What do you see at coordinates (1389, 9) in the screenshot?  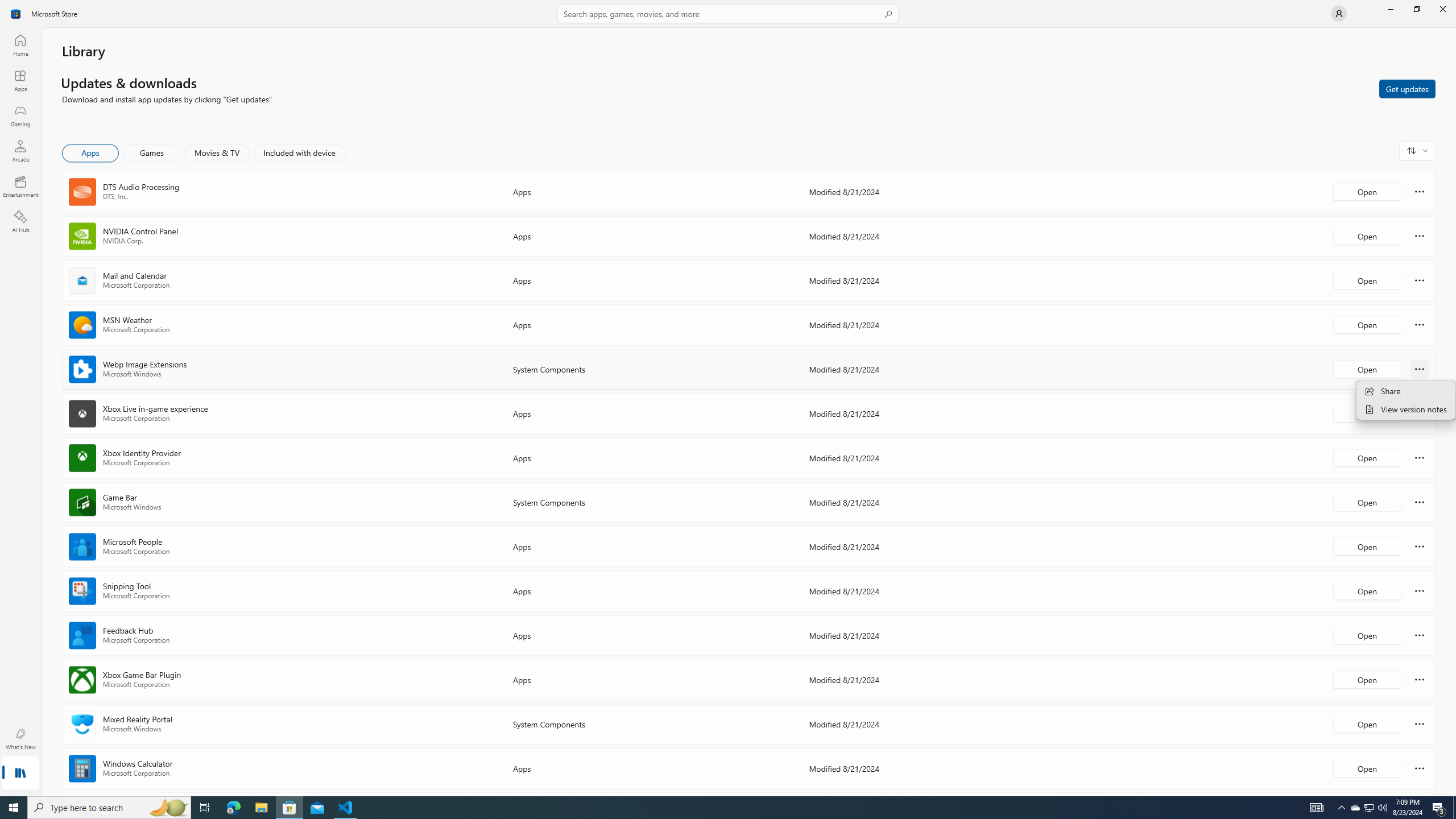 I see `'Minimize Microsoft Store'` at bounding box center [1389, 9].